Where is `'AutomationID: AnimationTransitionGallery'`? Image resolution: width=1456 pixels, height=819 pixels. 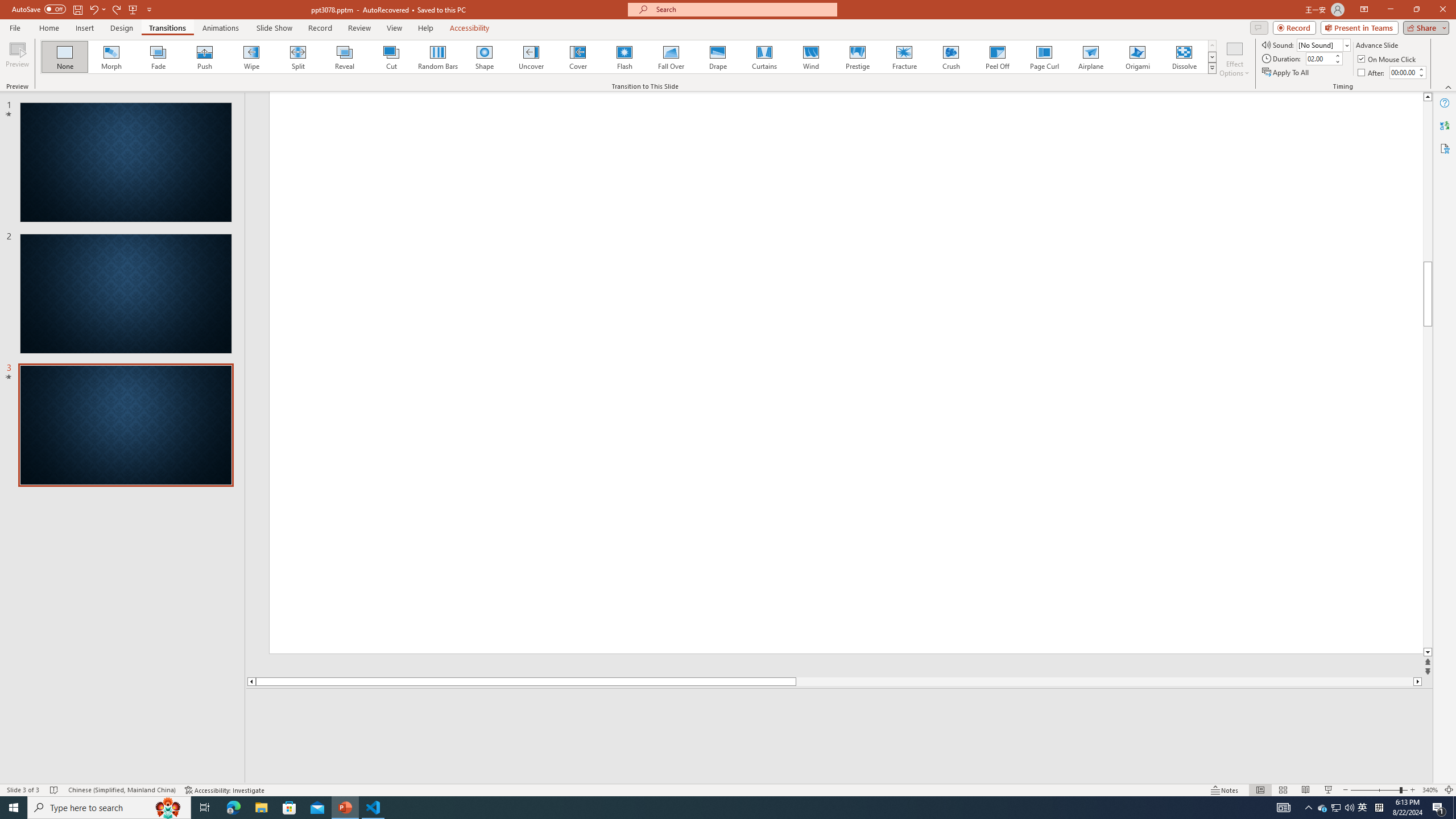 'AutomationID: AnimationTransitionGallery' is located at coordinates (628, 56).